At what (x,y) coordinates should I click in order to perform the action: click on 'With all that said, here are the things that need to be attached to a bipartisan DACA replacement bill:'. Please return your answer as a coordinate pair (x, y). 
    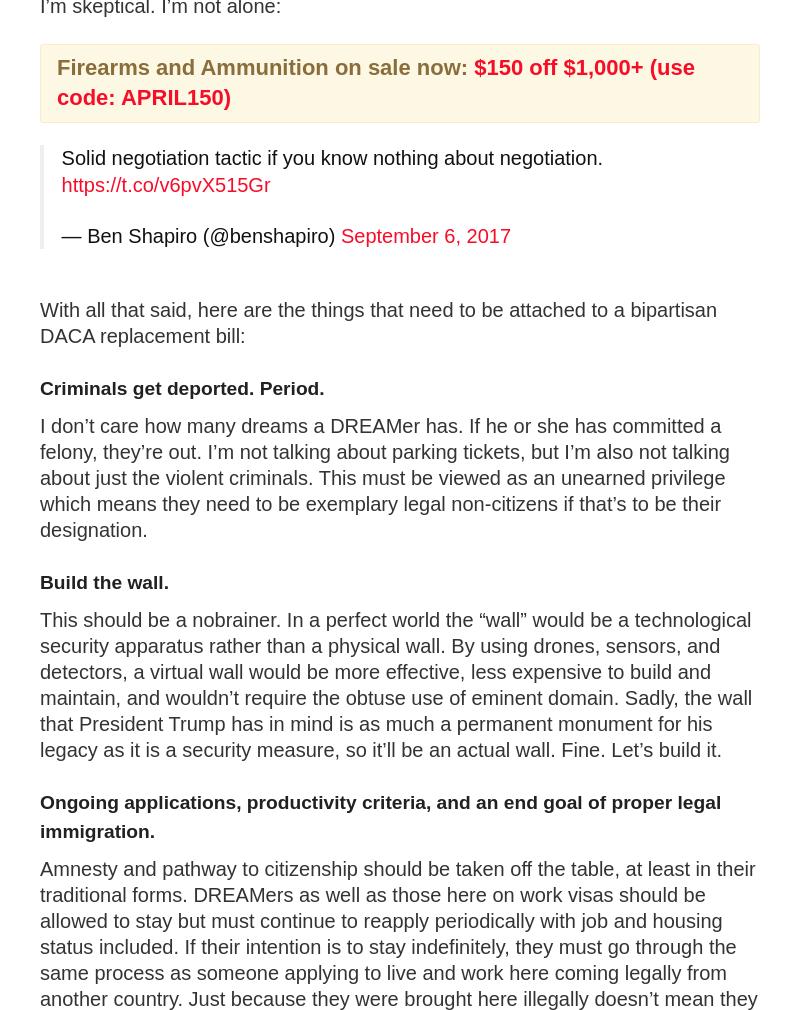
    Looking at the image, I should click on (39, 322).